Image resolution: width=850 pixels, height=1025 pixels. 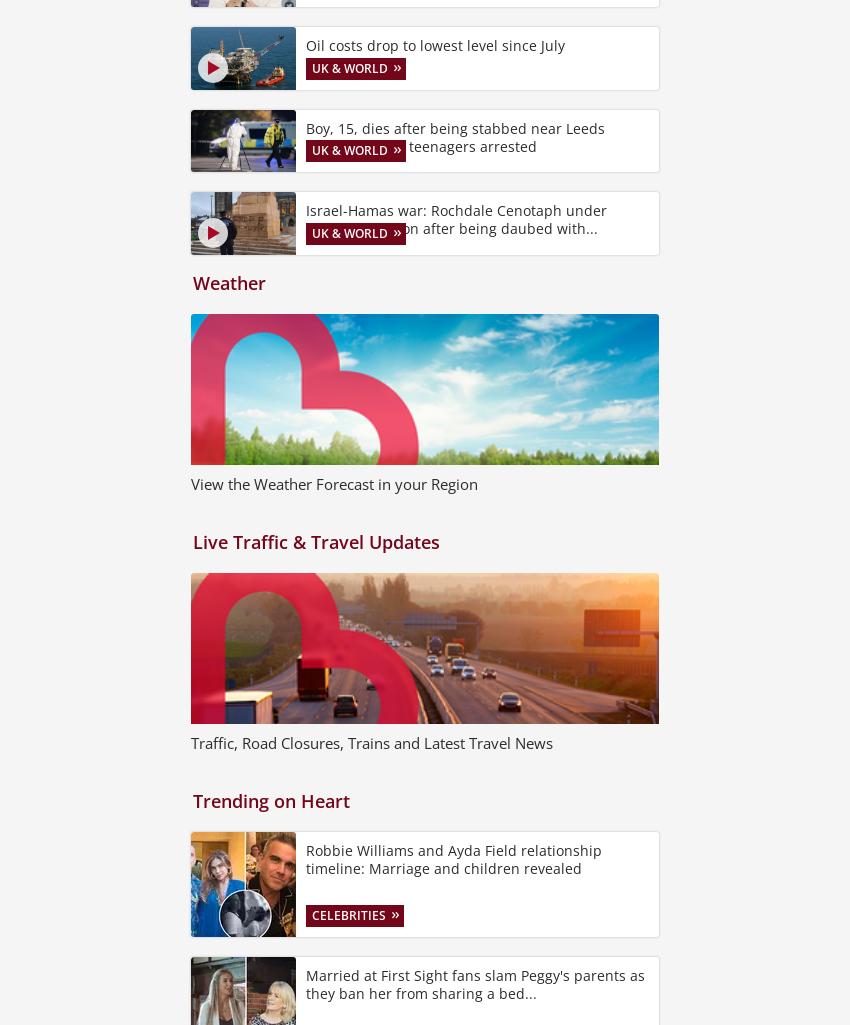 I want to click on 'Celebrities', so click(x=312, y=914).